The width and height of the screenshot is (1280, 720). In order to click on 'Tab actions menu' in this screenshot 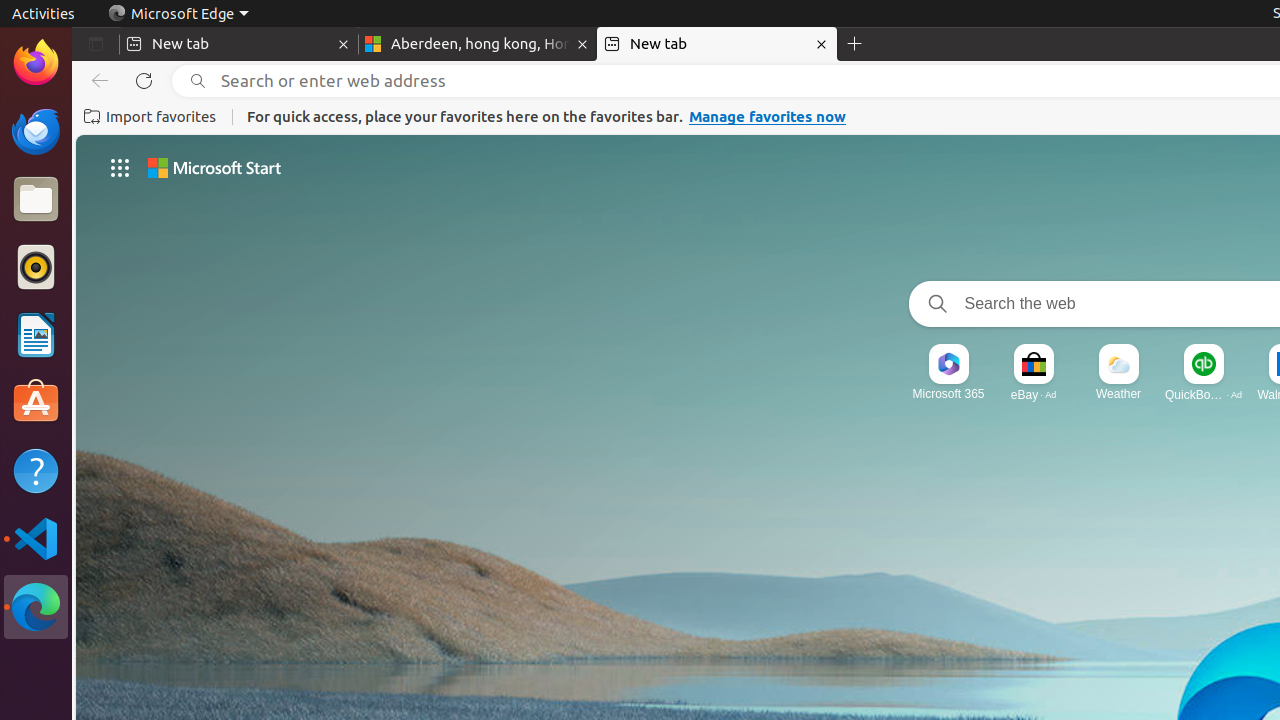, I will do `click(95, 43)`.